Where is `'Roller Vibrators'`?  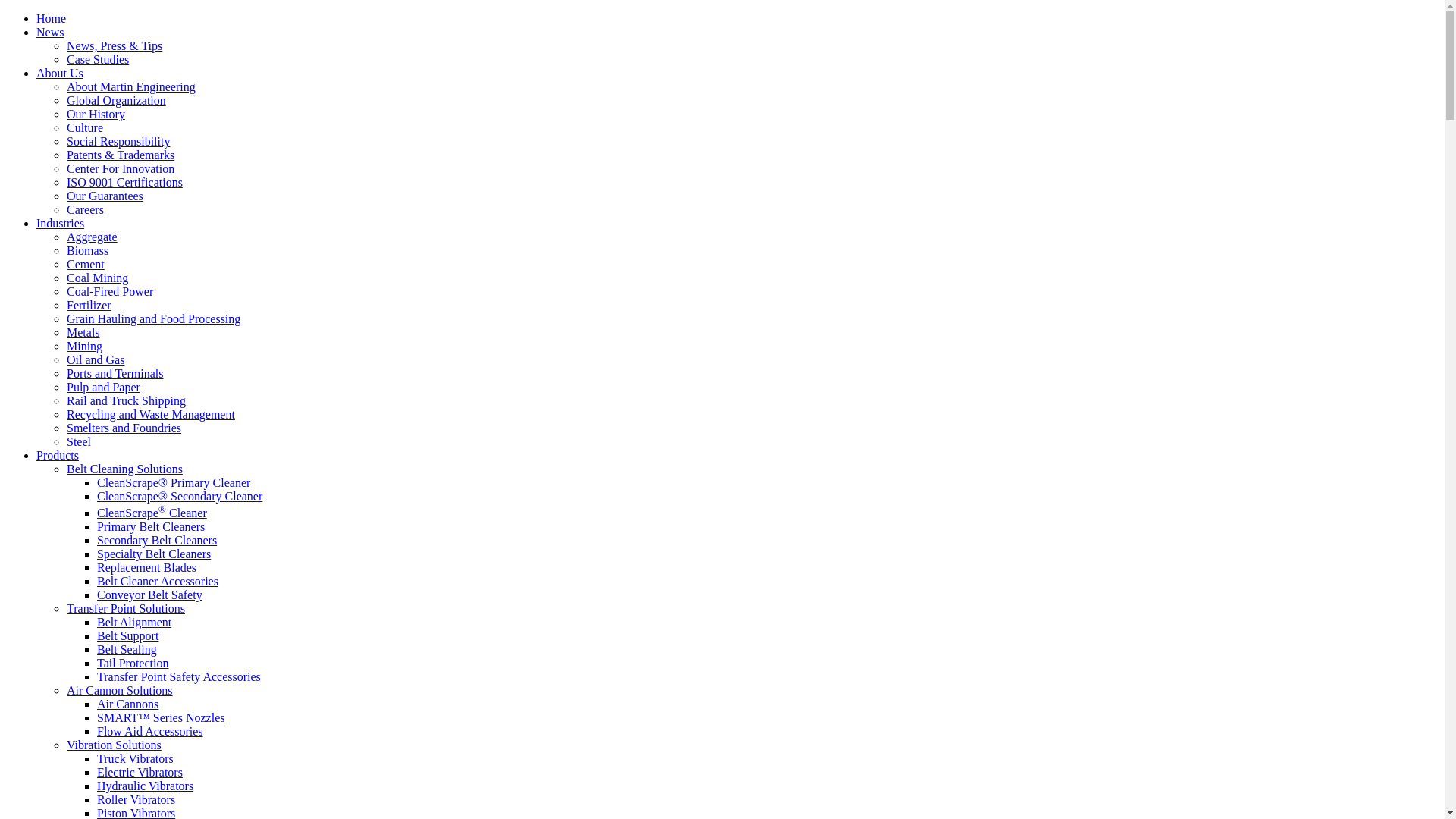
'Roller Vibrators' is located at coordinates (136, 799).